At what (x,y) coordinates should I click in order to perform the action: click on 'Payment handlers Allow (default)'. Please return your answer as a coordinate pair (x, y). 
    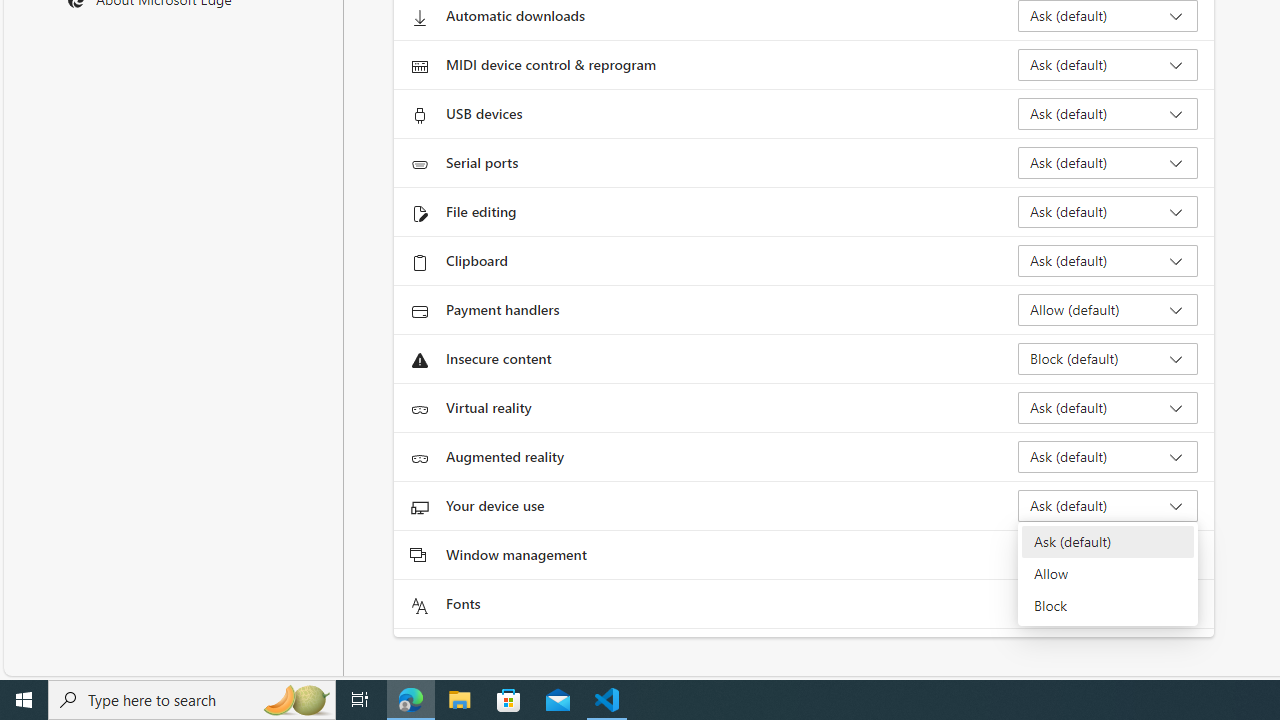
    Looking at the image, I should click on (1106, 309).